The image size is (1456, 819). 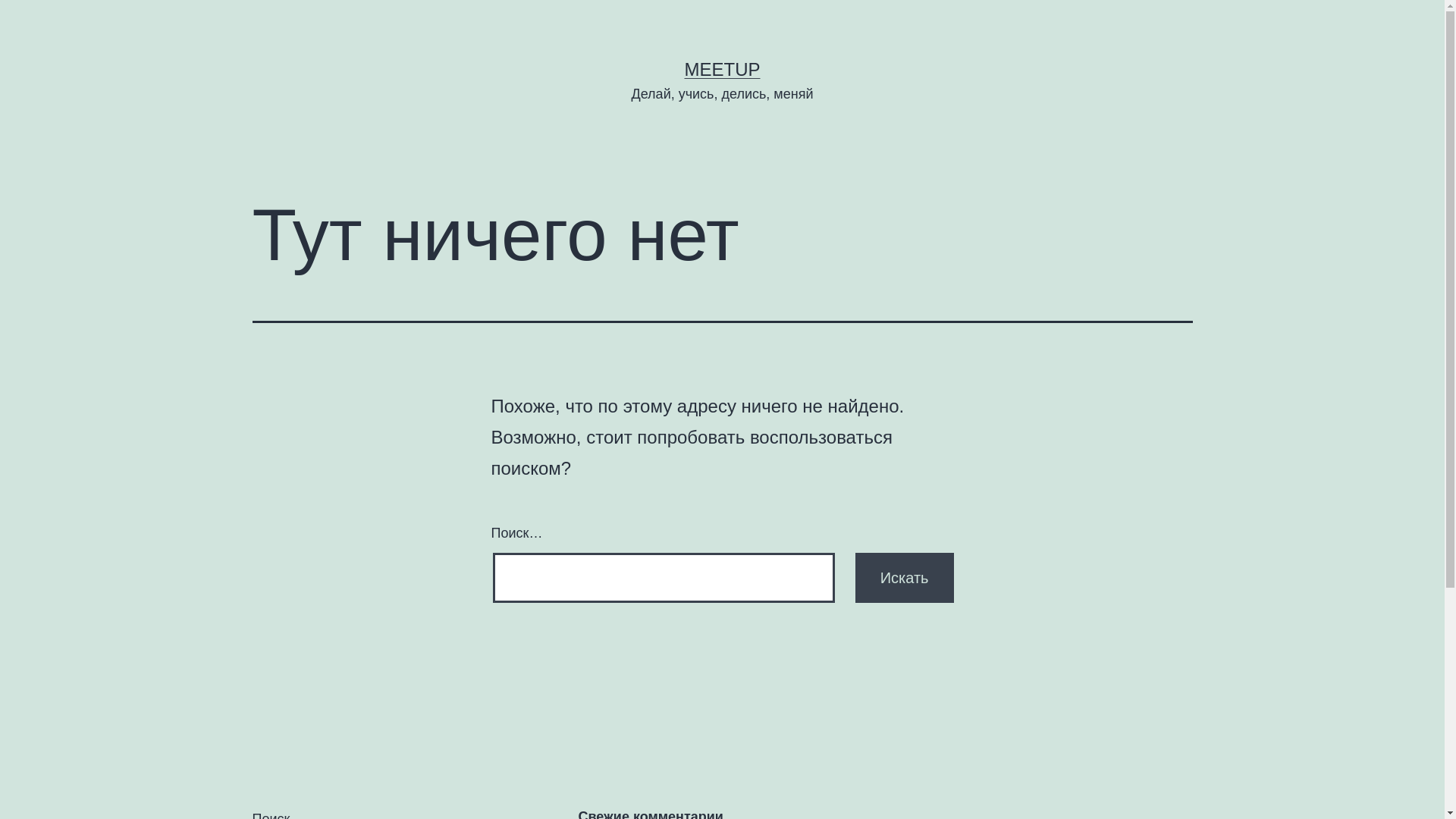 What do you see at coordinates (683, 69) in the screenshot?
I see `'MEETUP'` at bounding box center [683, 69].